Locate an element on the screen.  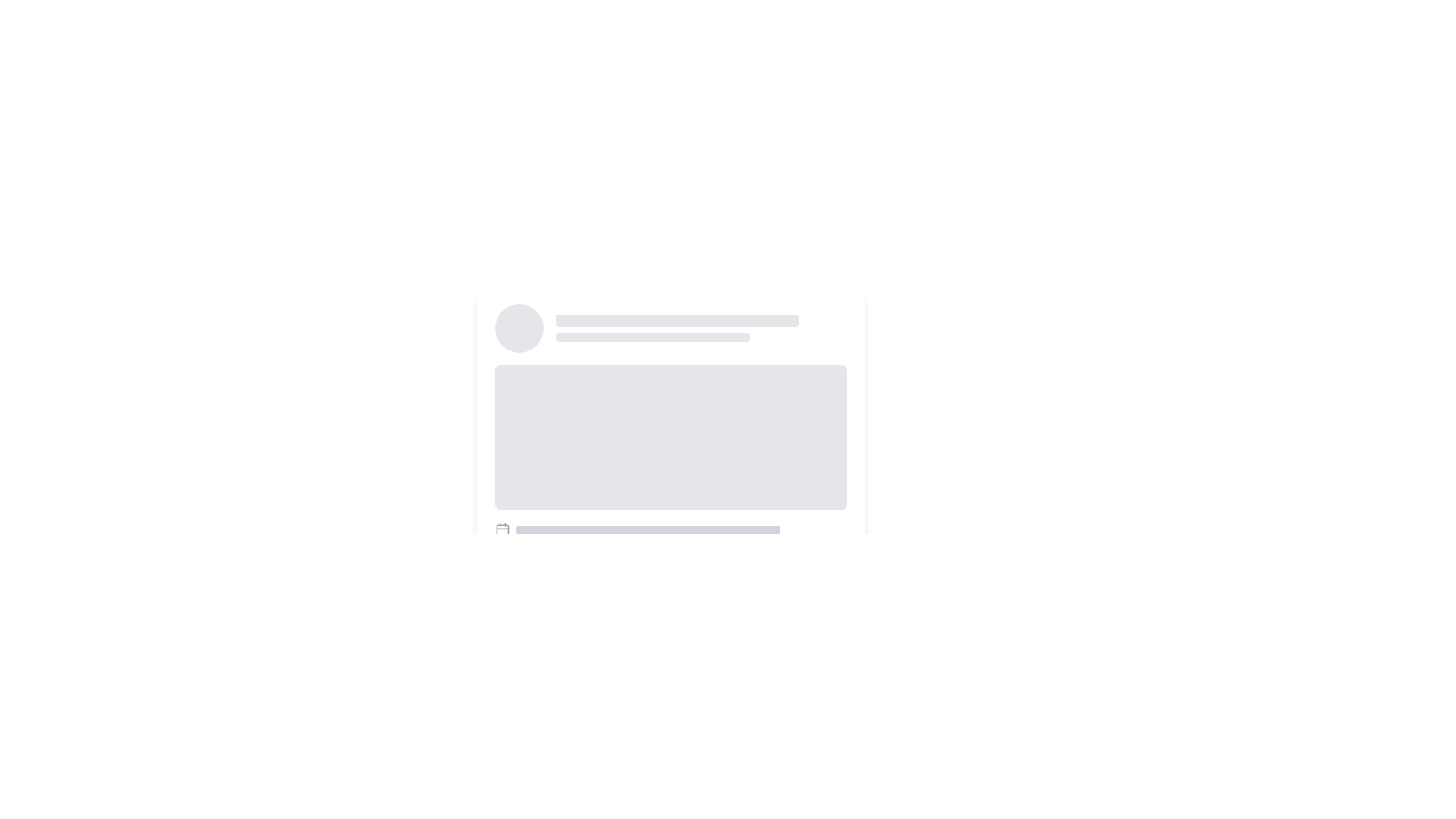
the circular placeholder located at the extreme left of its group is located at coordinates (519, 327).